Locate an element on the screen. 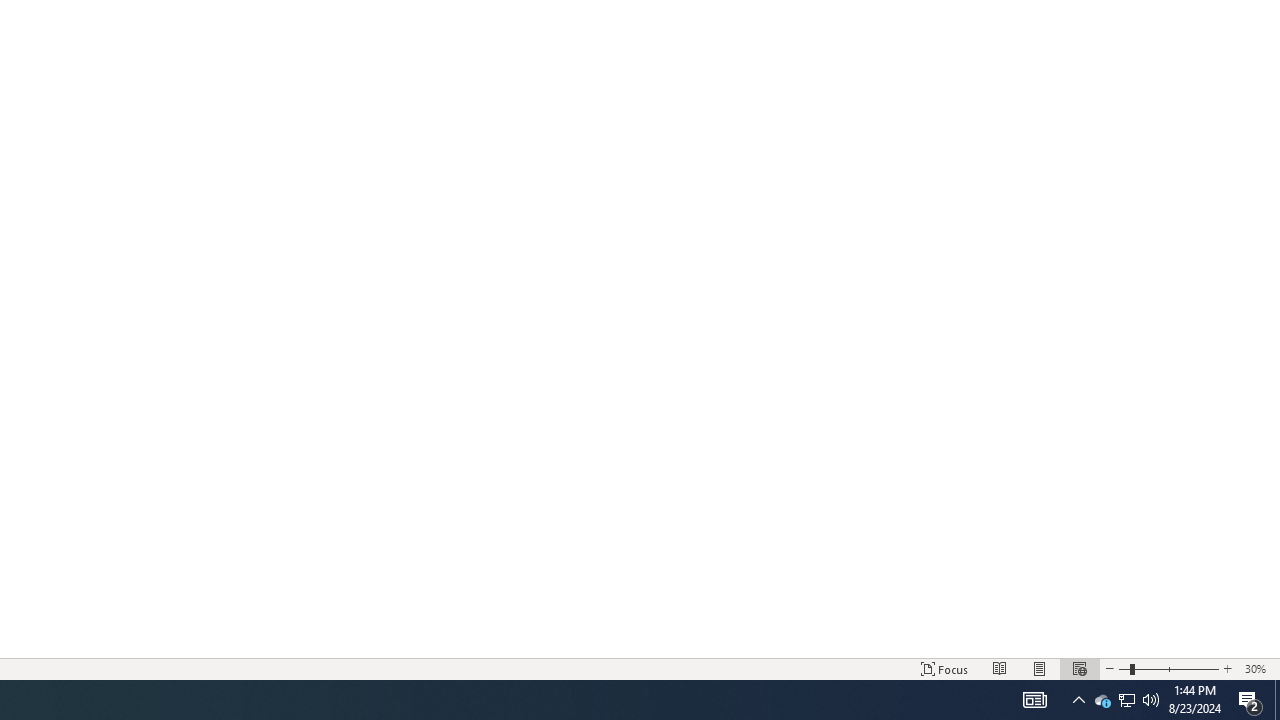  'Read Mode' is located at coordinates (1000, 669).